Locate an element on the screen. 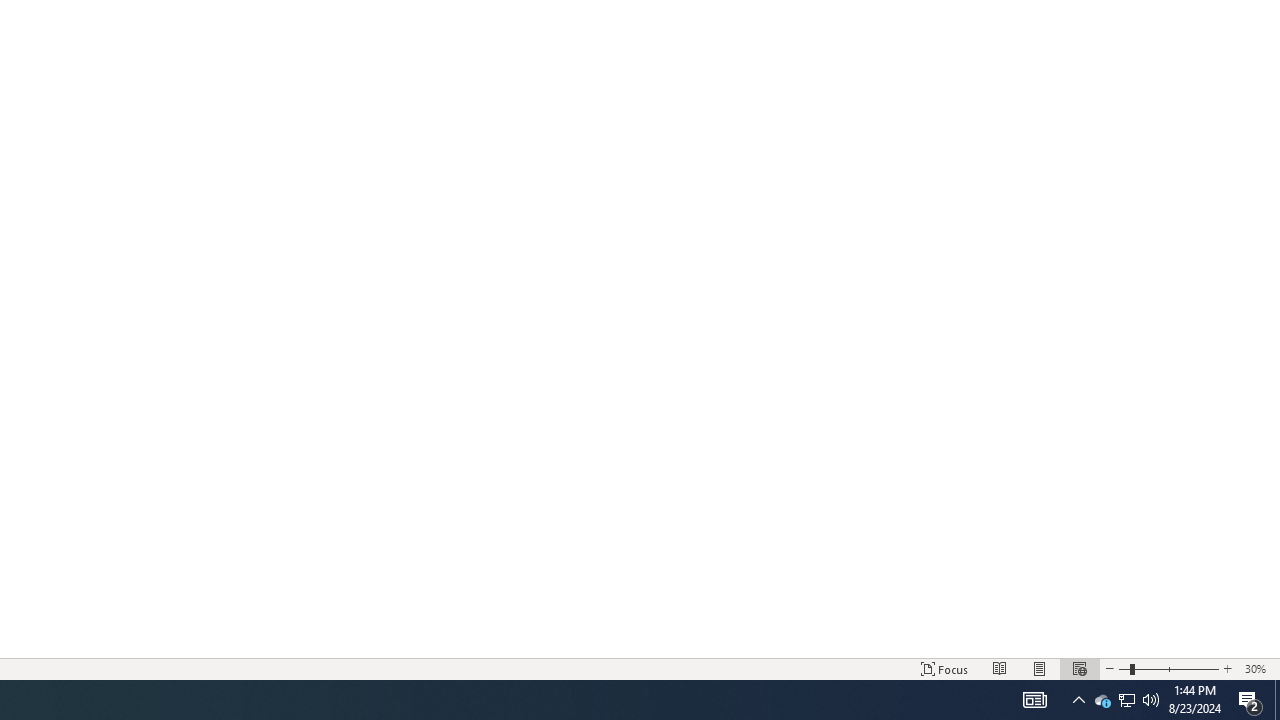  'Read Mode' is located at coordinates (1000, 669).